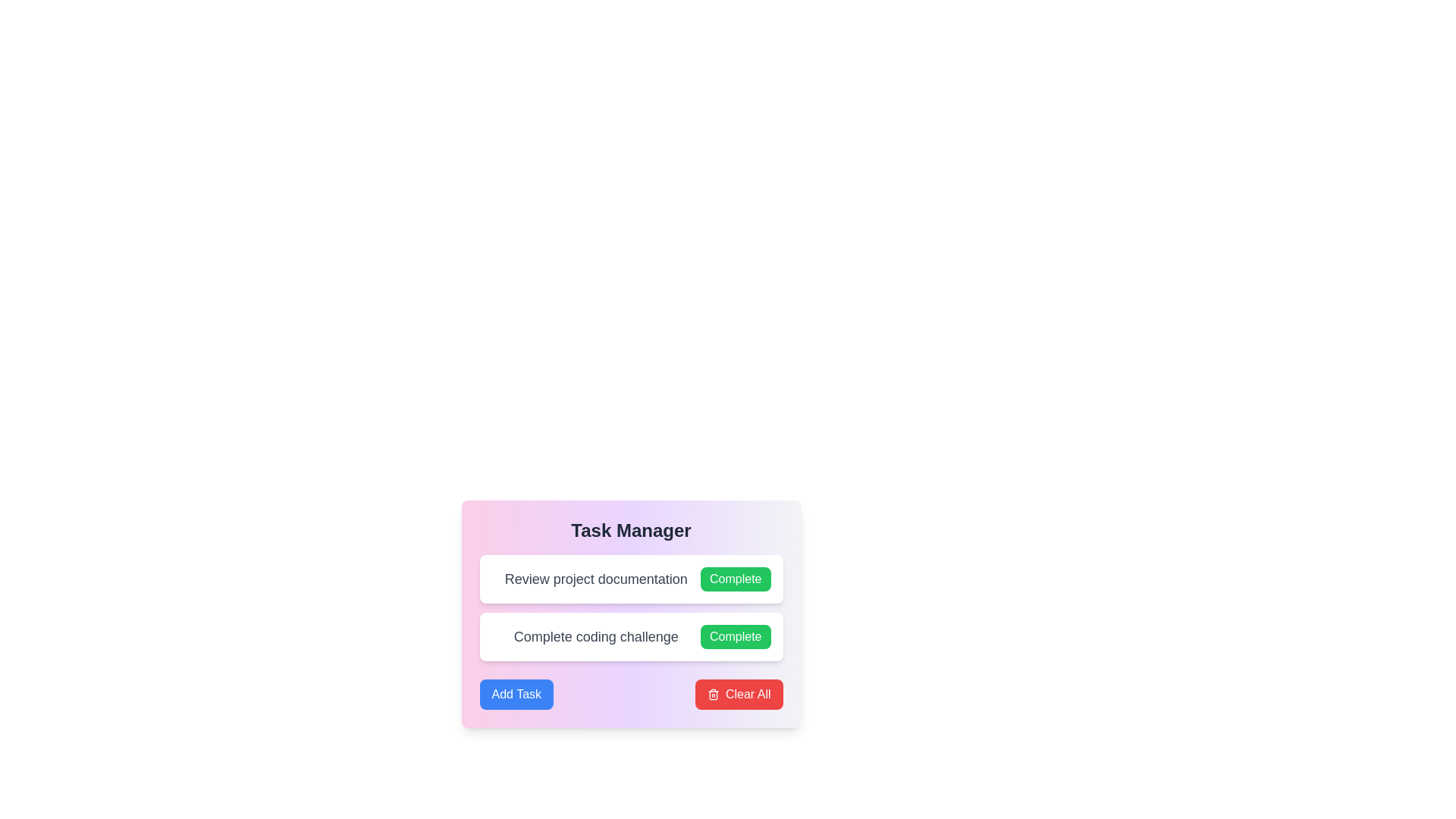 The height and width of the screenshot is (819, 1456). Describe the element at coordinates (739, 694) in the screenshot. I see `the 'Clear All' button located in the bottom-right corner of the task manager interface` at that location.